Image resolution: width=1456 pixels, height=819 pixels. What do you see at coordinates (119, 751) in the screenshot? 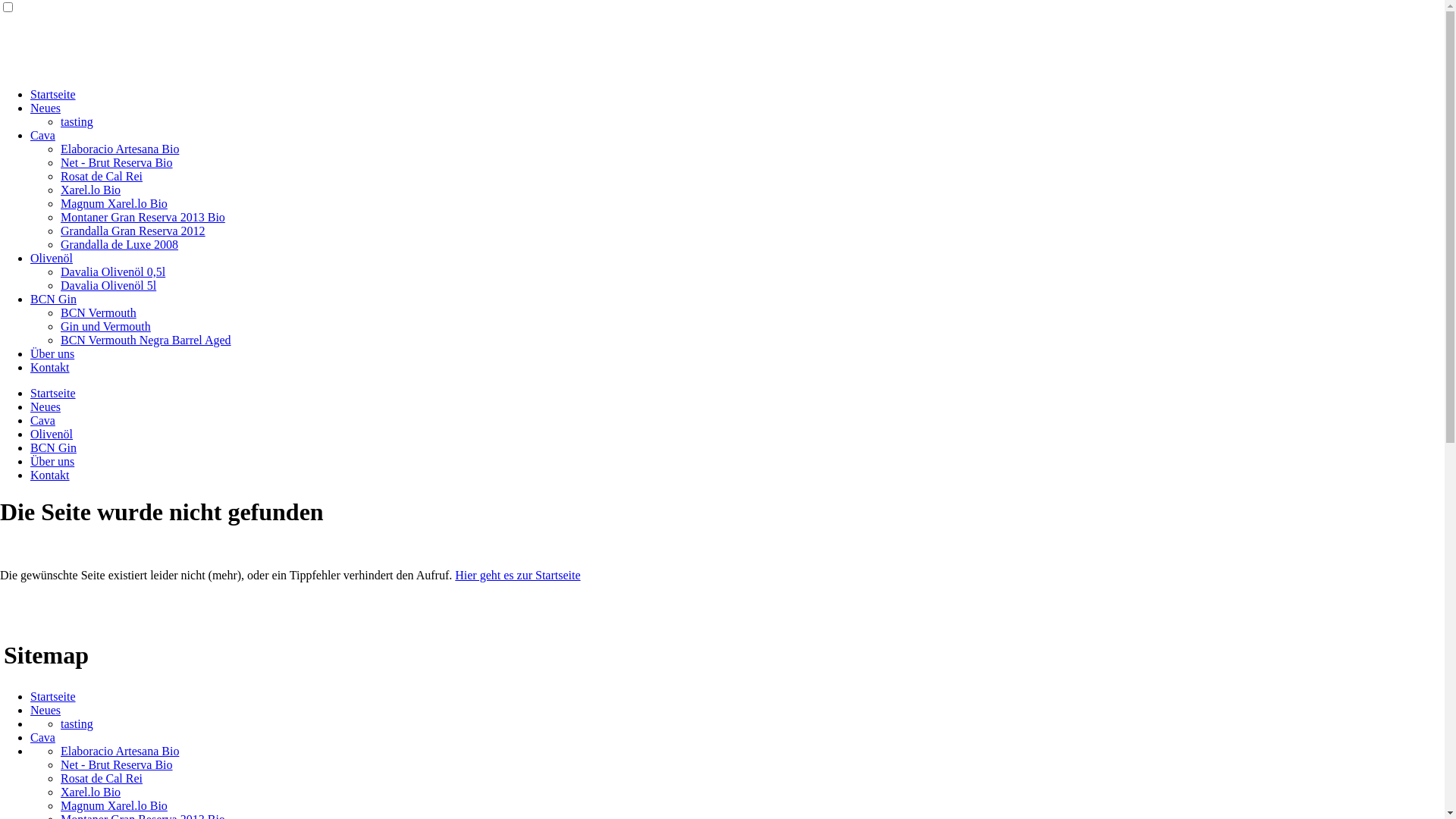
I see `'Elaboracio Artesana Bio'` at bounding box center [119, 751].